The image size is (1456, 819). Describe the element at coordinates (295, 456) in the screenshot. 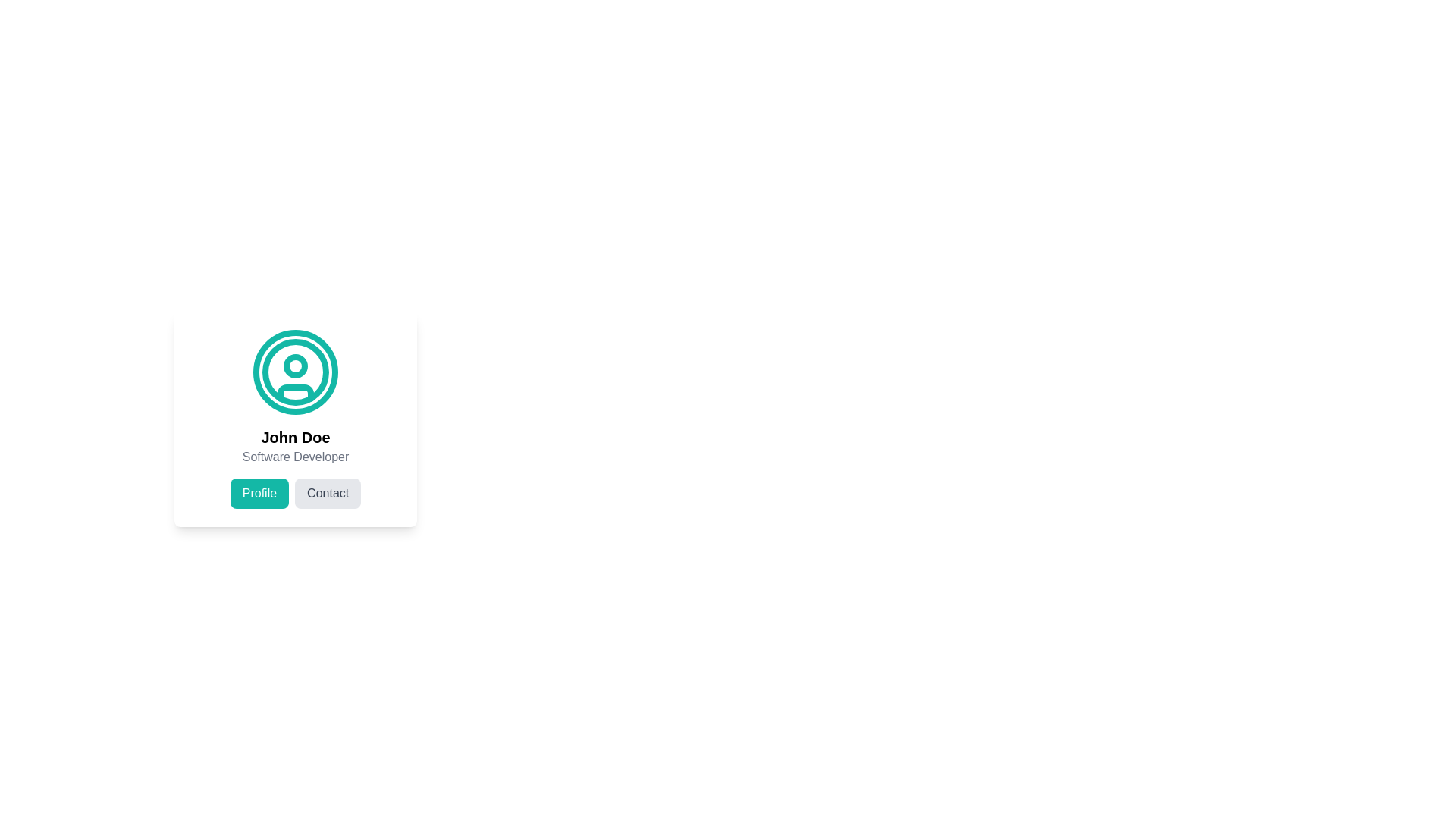

I see `the Static Text displaying 'Software Developer' which is positioned below the bold 'John Doe' text within the profile card layout` at that location.